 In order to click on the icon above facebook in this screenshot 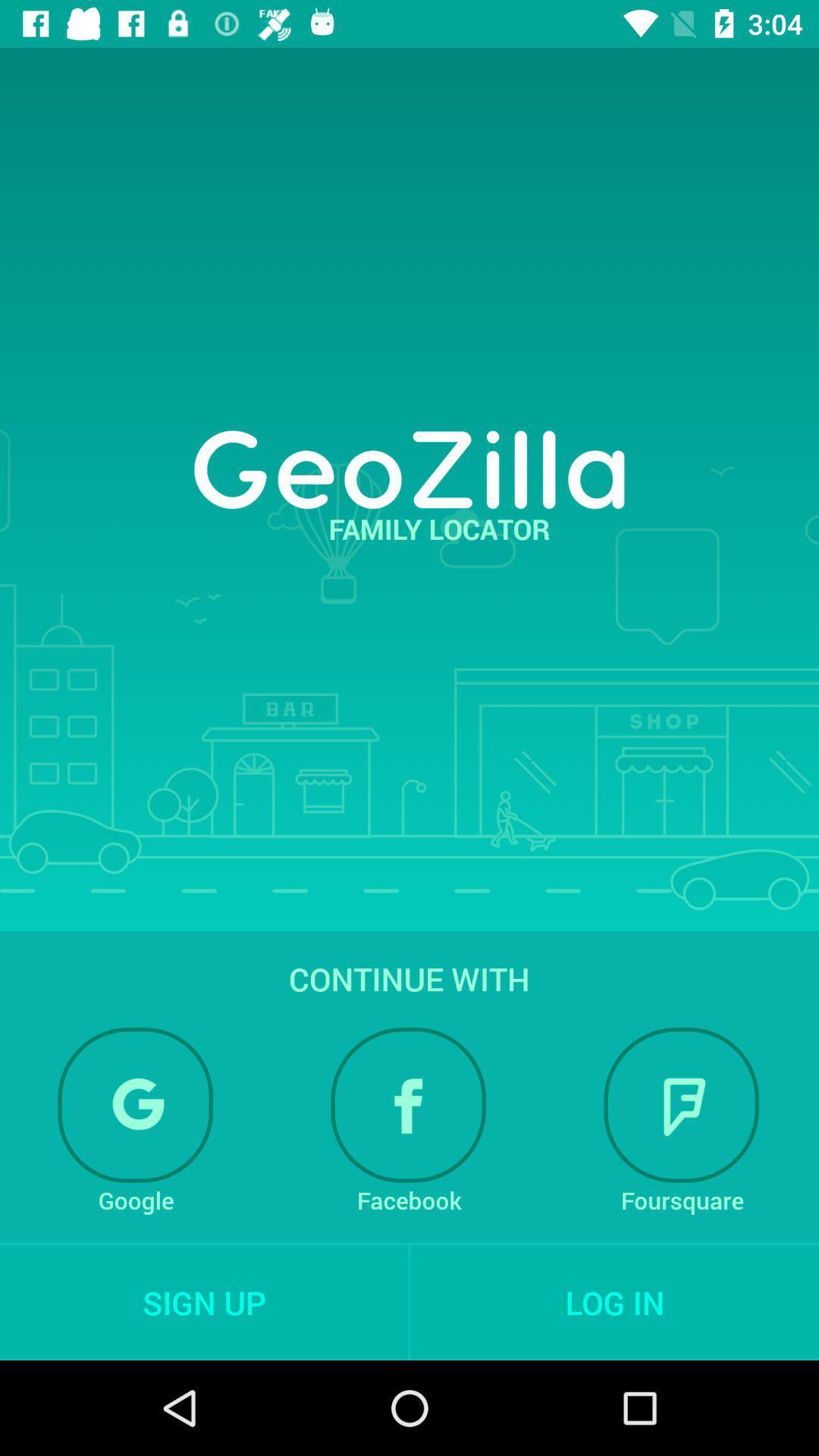, I will do `click(408, 1105)`.